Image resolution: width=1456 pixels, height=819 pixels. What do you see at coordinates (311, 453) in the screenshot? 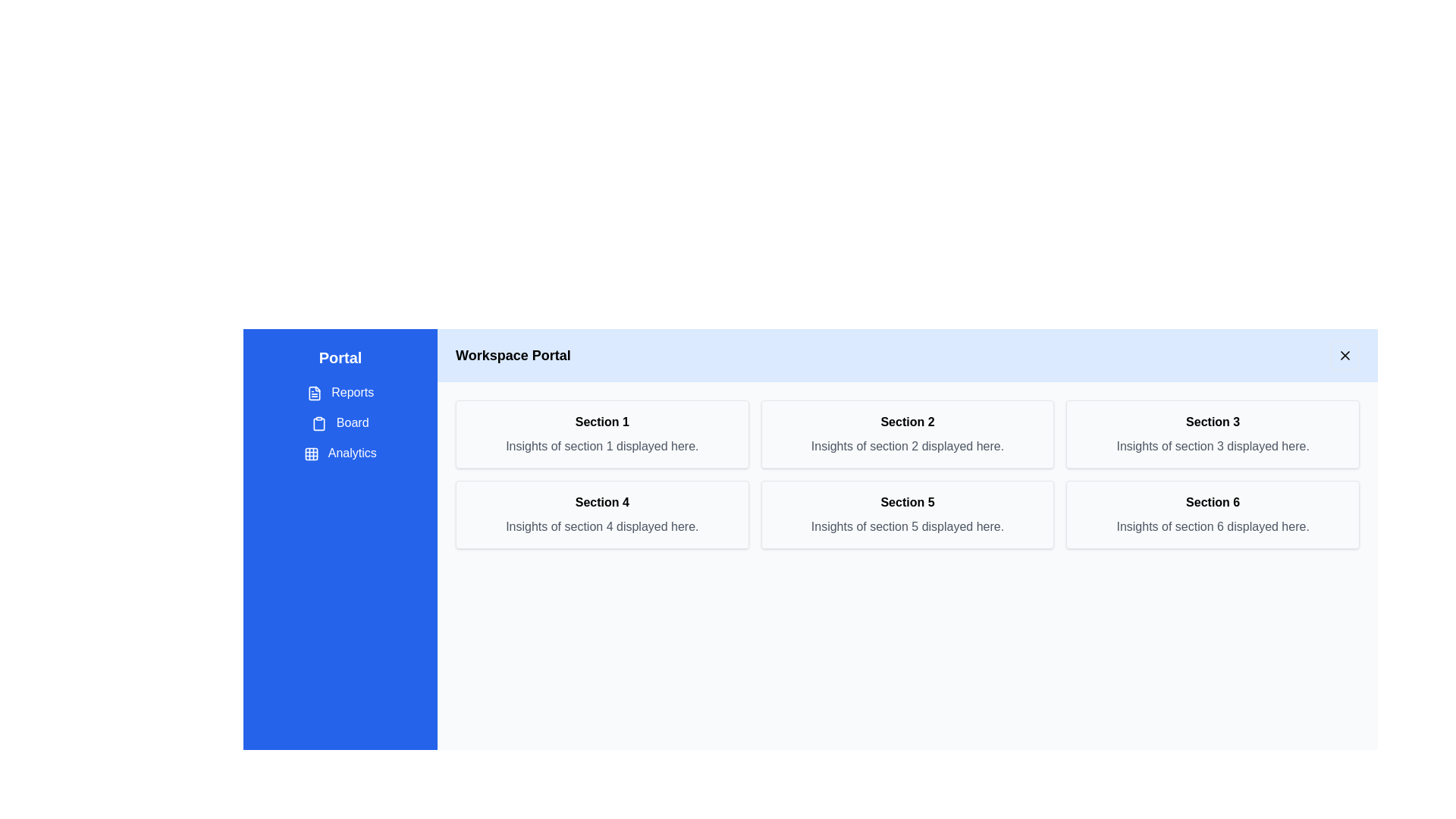
I see `the button representing the Analytics section in the blue left sidebar, located next` at bounding box center [311, 453].